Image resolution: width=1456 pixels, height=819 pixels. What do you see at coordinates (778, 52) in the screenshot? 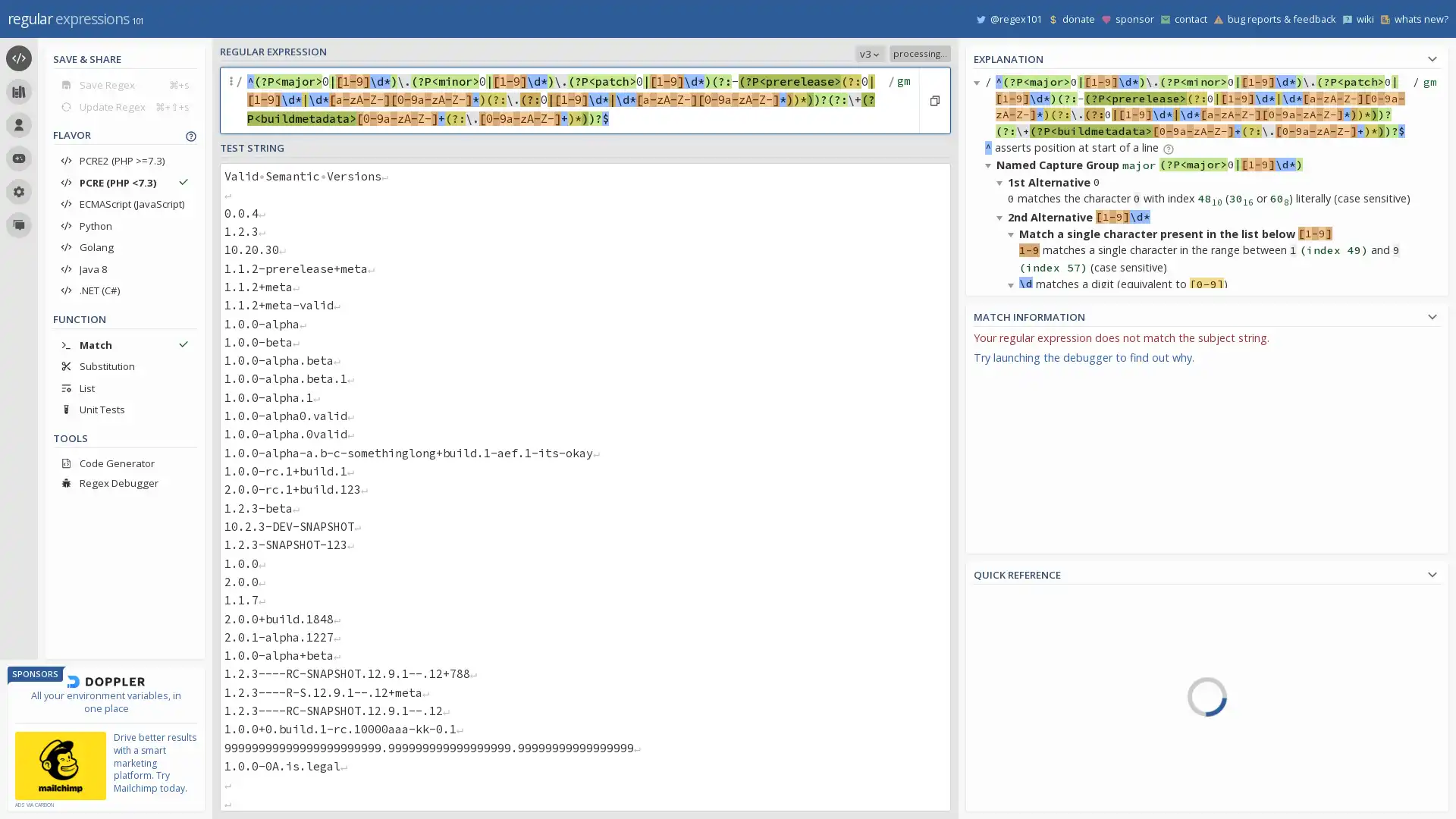
I see `Select Regex Version` at bounding box center [778, 52].